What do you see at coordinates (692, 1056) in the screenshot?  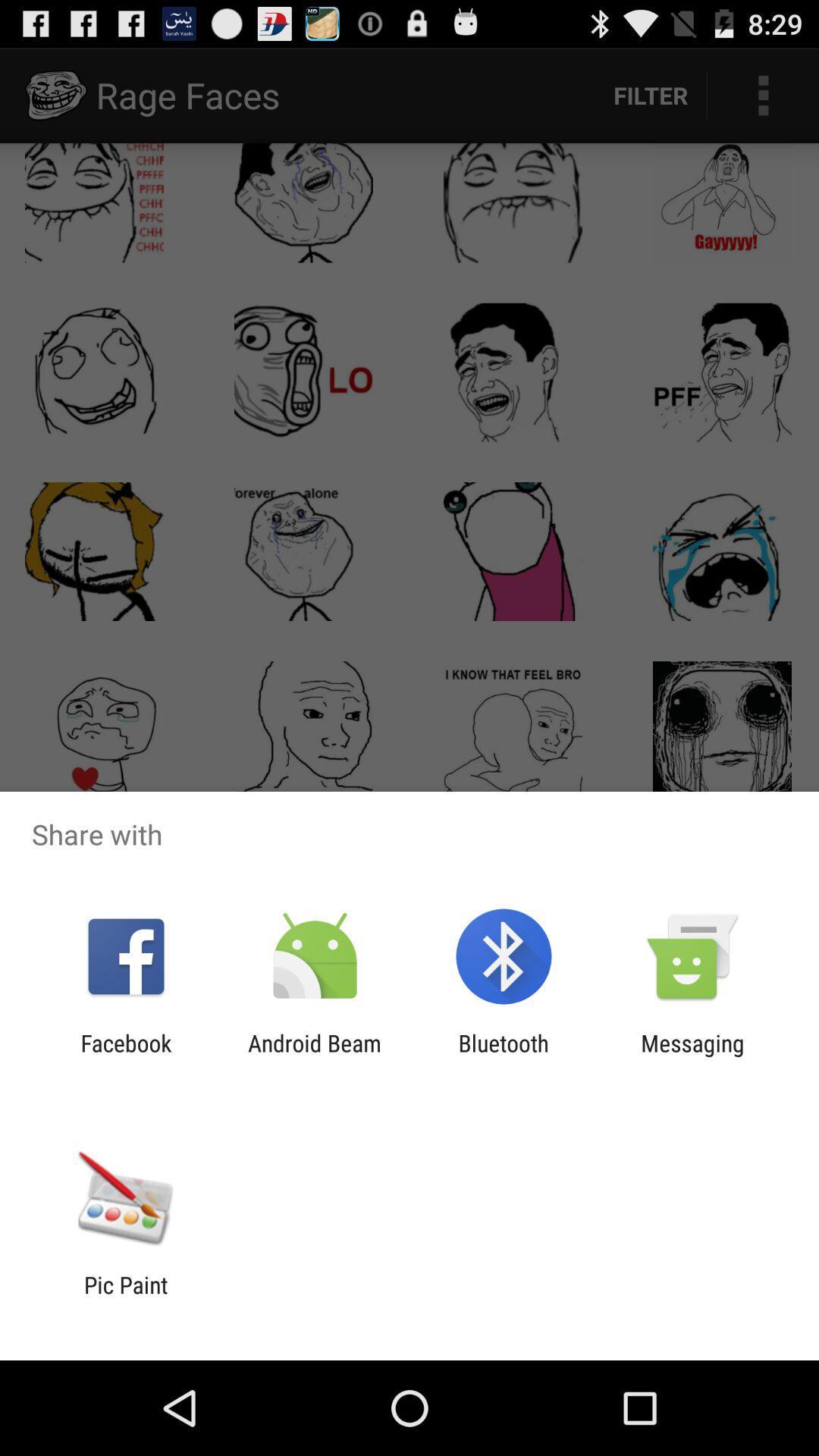 I see `messaging item` at bounding box center [692, 1056].